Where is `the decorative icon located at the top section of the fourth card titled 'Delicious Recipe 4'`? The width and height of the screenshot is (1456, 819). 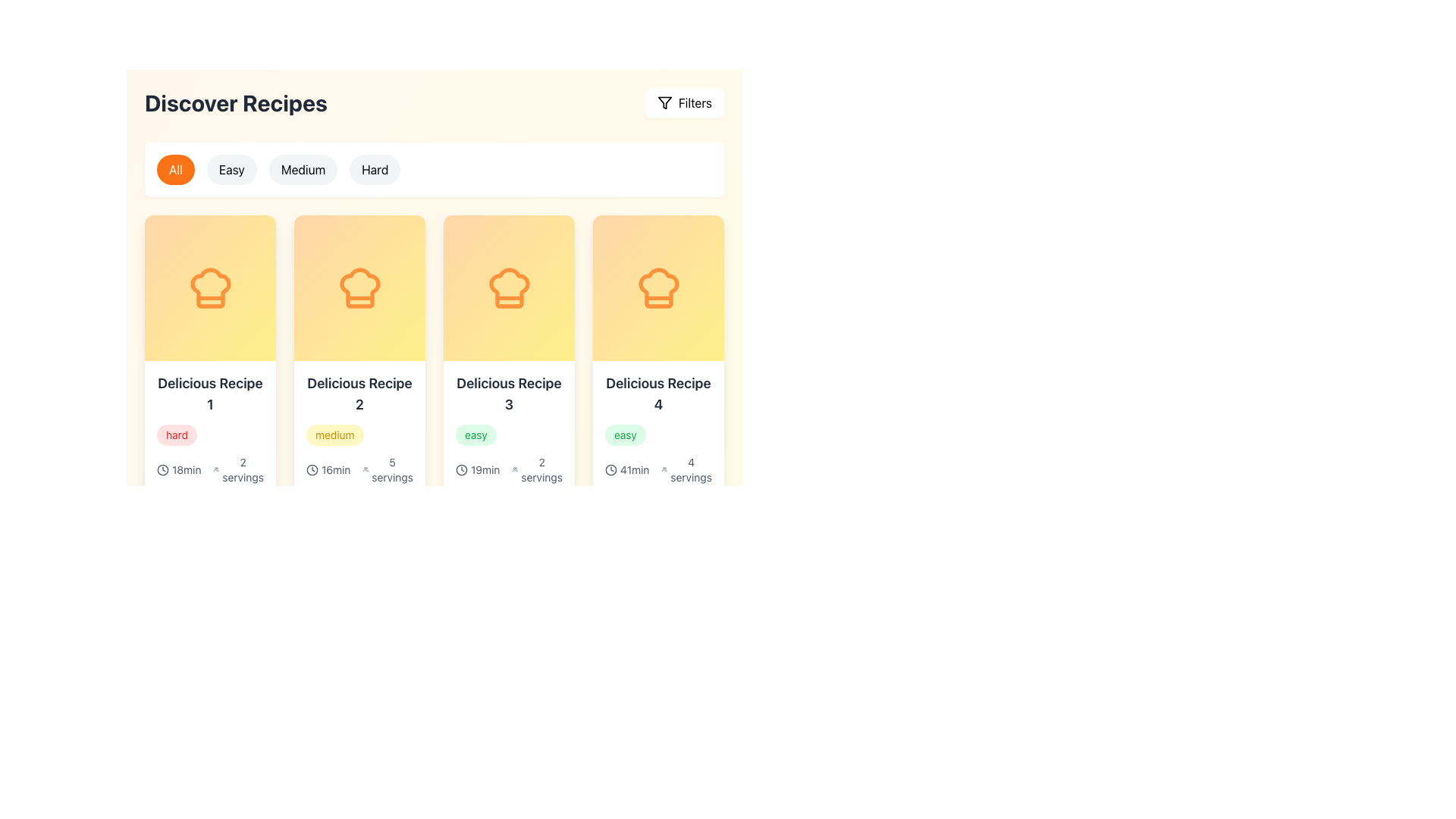
the decorative icon located at the top section of the fourth card titled 'Delicious Recipe 4' is located at coordinates (658, 287).